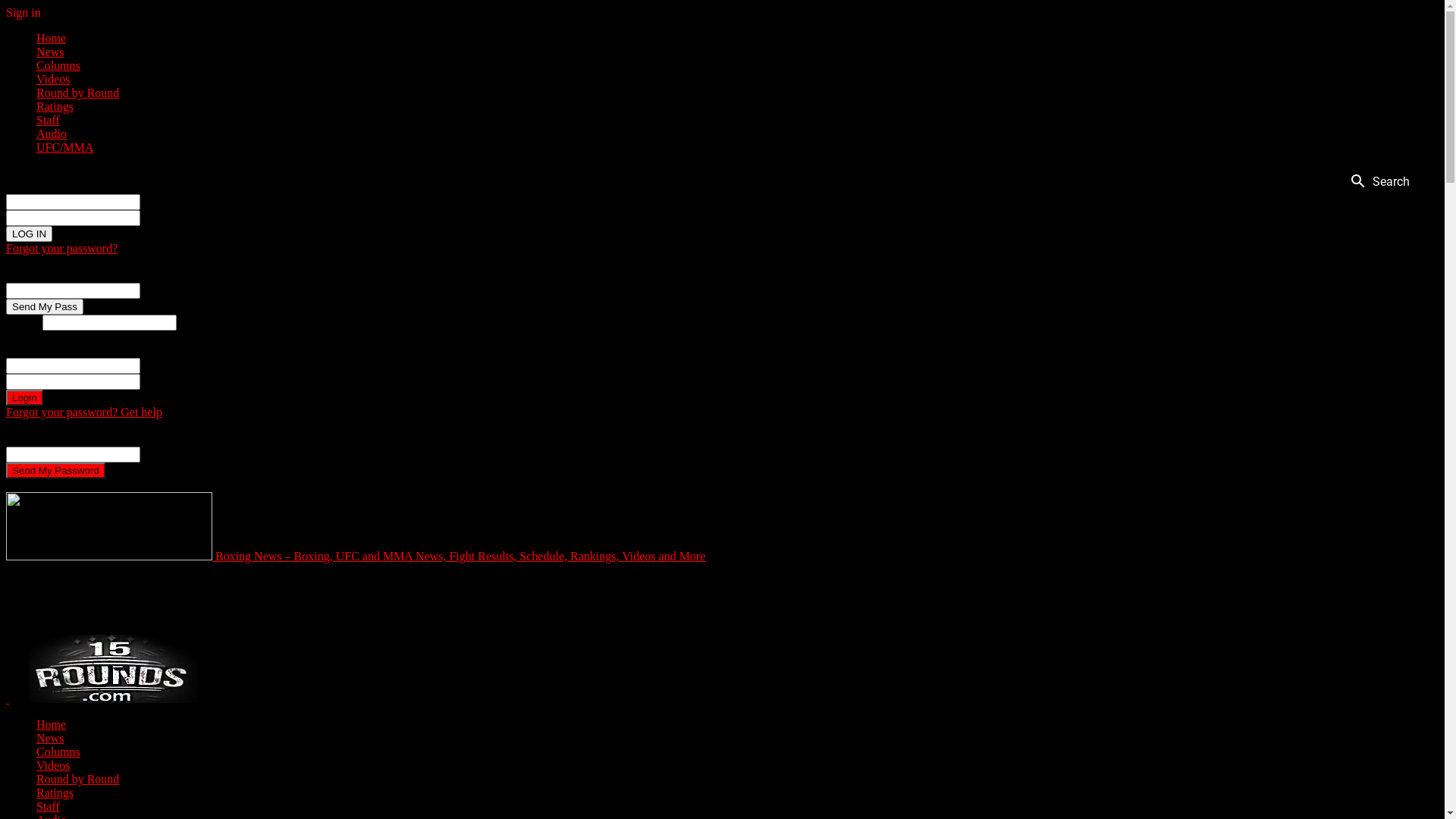 The width and height of the screenshot is (1456, 819). I want to click on 'UFC/MMA', so click(64, 147).